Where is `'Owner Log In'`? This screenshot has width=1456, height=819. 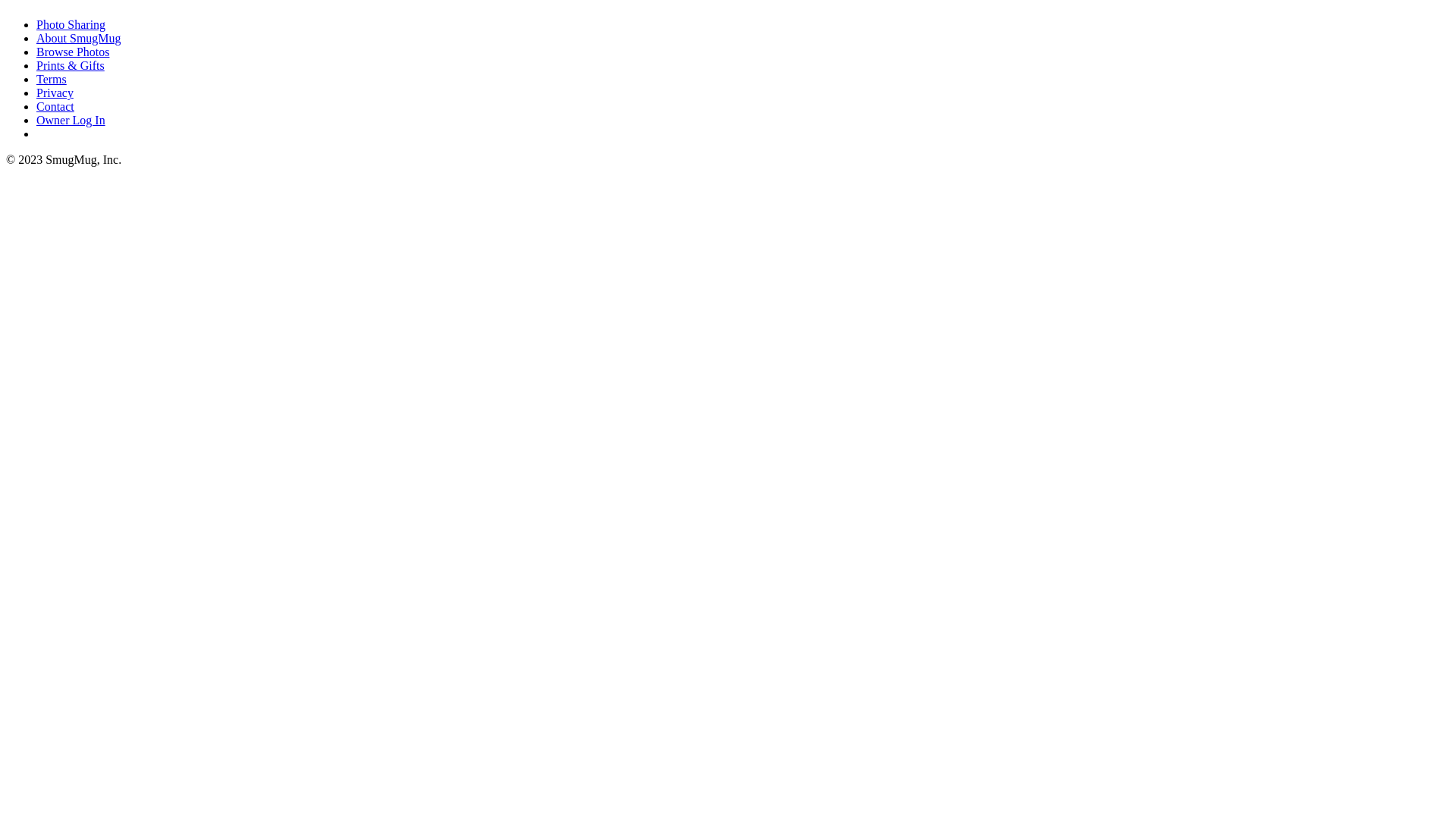 'Owner Log In' is located at coordinates (36, 119).